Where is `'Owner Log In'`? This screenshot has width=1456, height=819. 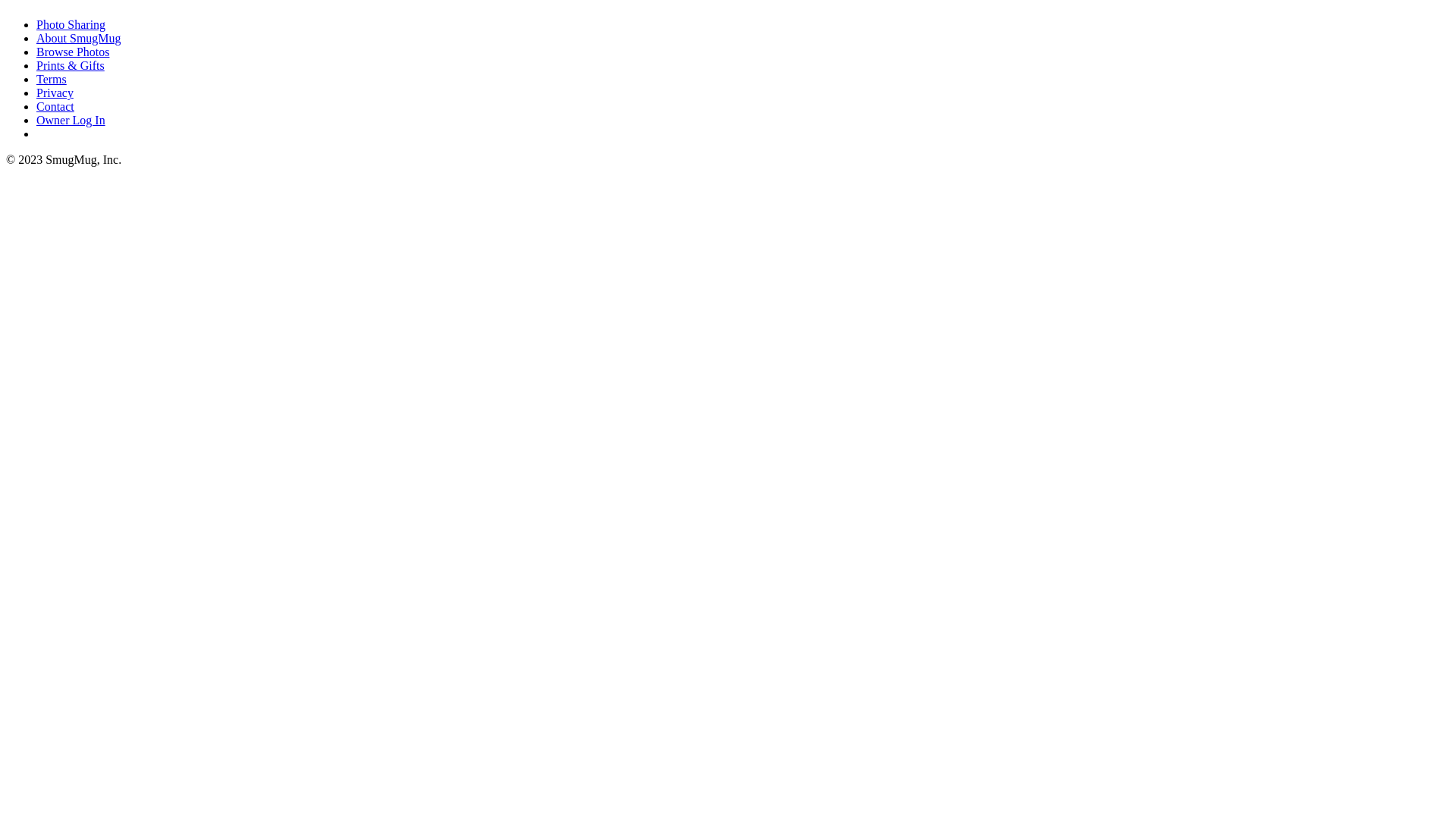 'Owner Log In' is located at coordinates (36, 119).